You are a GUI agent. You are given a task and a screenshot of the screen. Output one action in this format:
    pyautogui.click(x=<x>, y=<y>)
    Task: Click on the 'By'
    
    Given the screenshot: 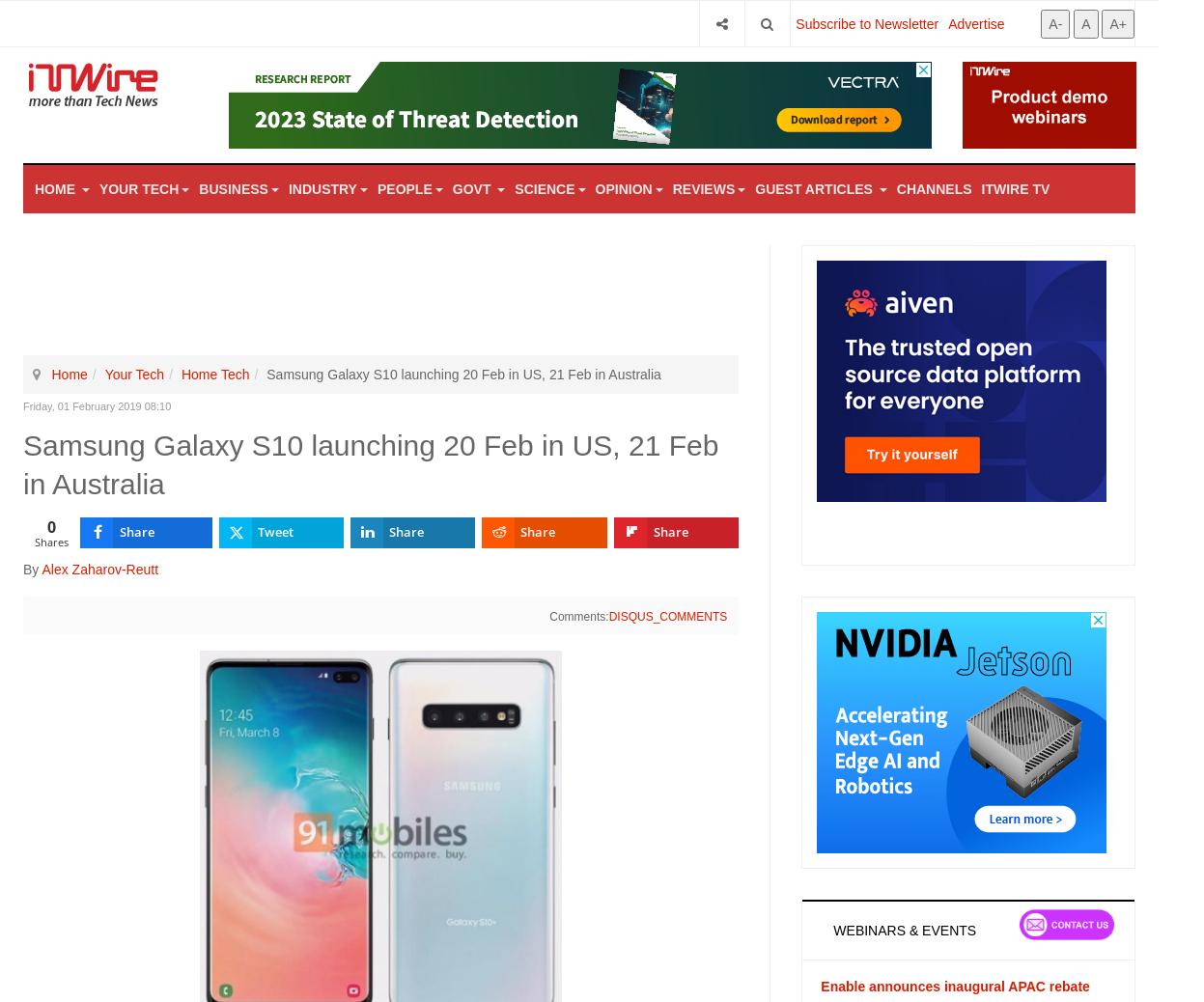 What is the action you would take?
    pyautogui.click(x=32, y=567)
    